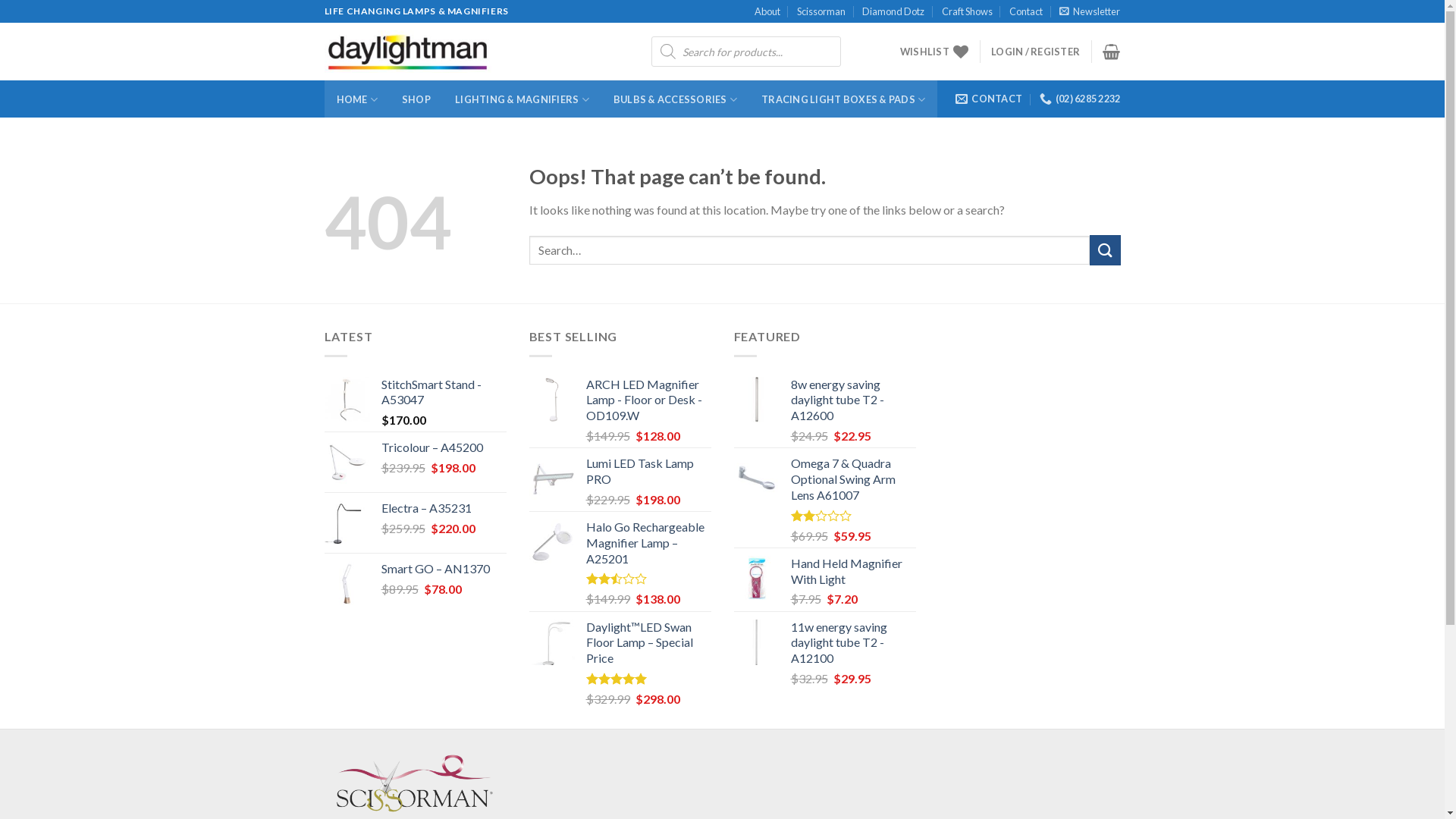 The image size is (1456, 819). What do you see at coordinates (1026, 11) in the screenshot?
I see `'Contact'` at bounding box center [1026, 11].